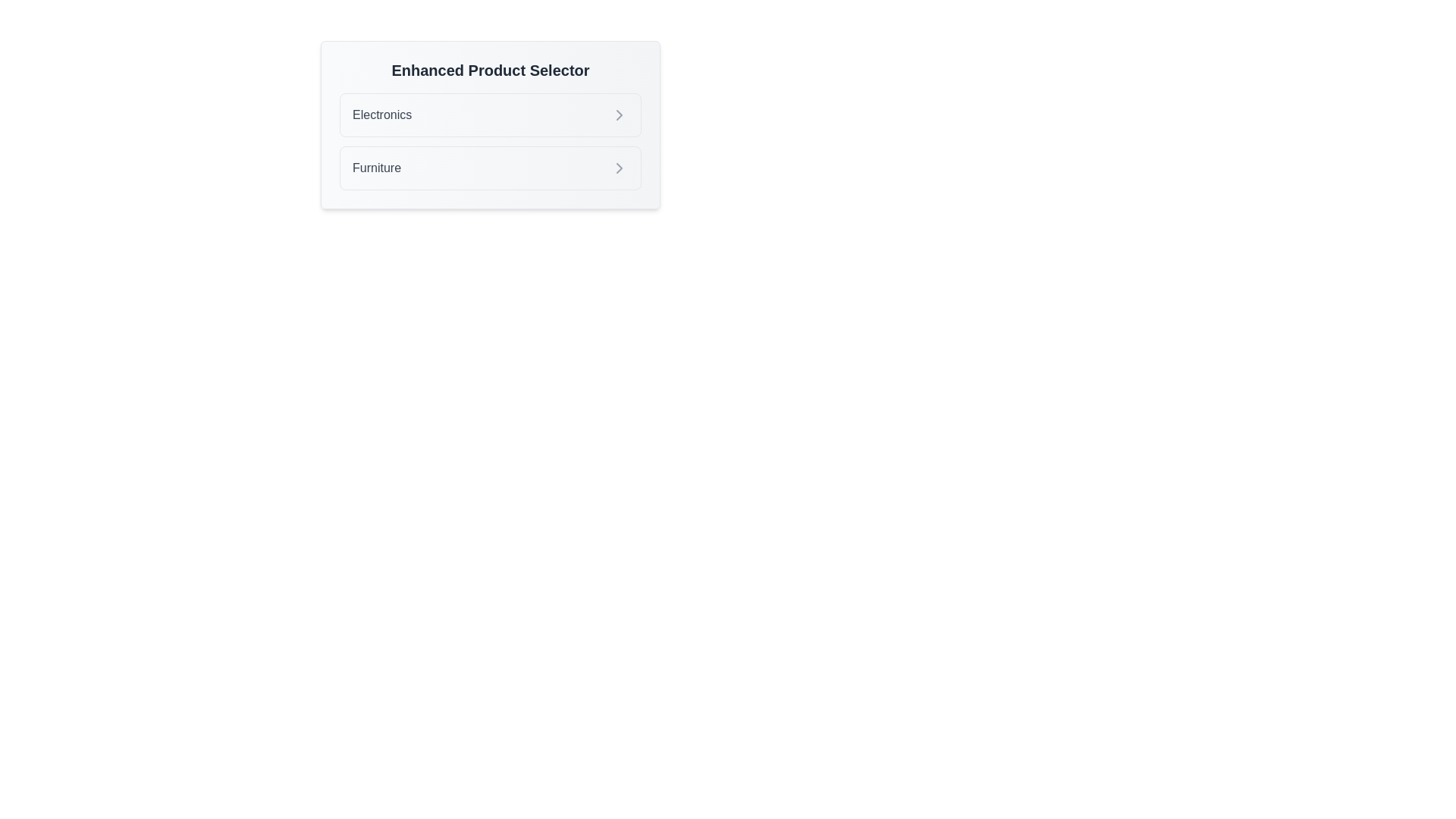 The image size is (1456, 819). I want to click on the chevron icon located on the right side of the row containing the 'Furniture' label, so click(619, 168).